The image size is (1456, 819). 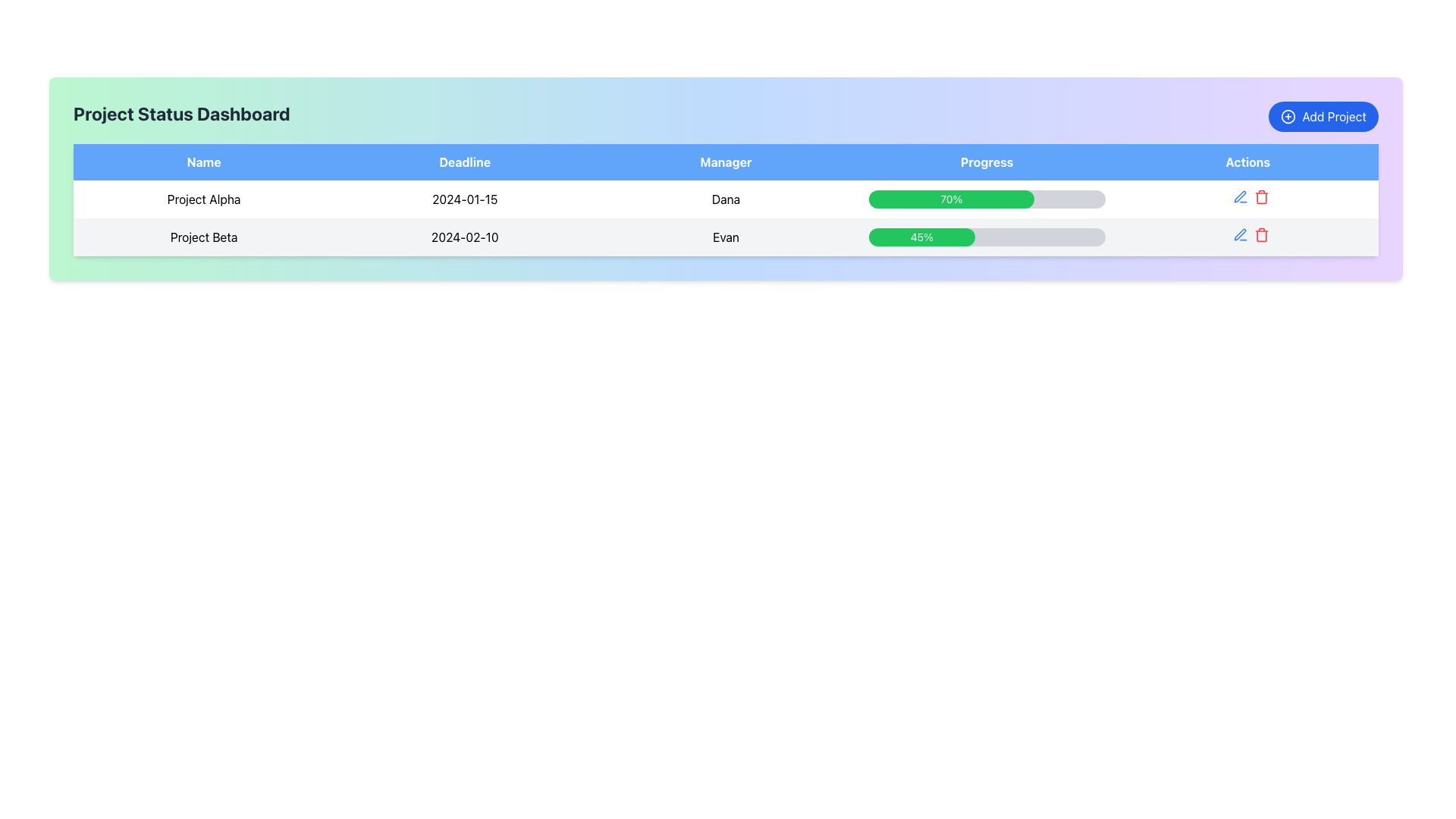 I want to click on the circular add icon with a plus sign located to the left of the 'Add Project' text in the blue button at the top-right corner of the interface, so click(x=1288, y=116).